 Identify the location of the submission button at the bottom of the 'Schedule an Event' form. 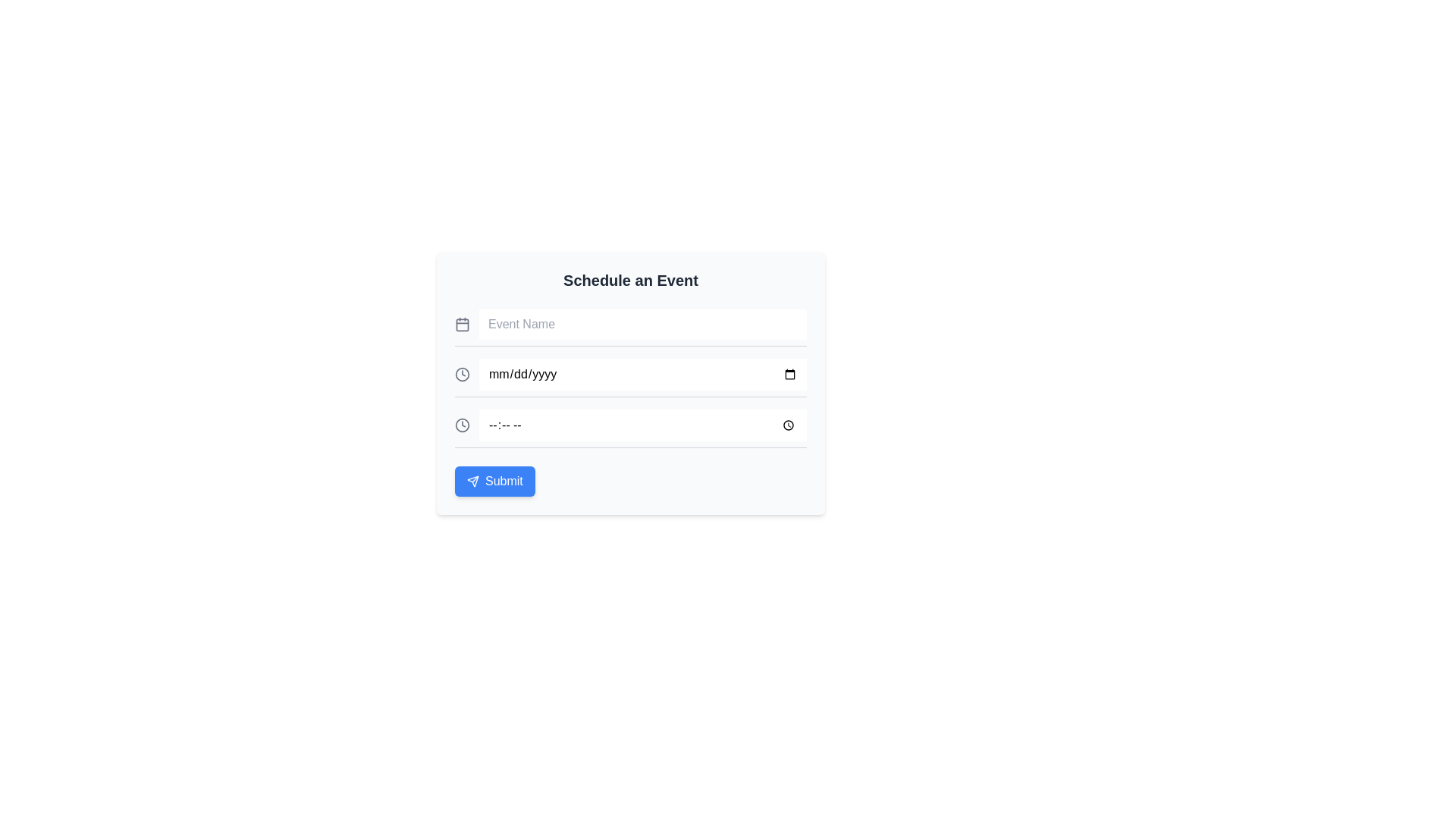
(494, 482).